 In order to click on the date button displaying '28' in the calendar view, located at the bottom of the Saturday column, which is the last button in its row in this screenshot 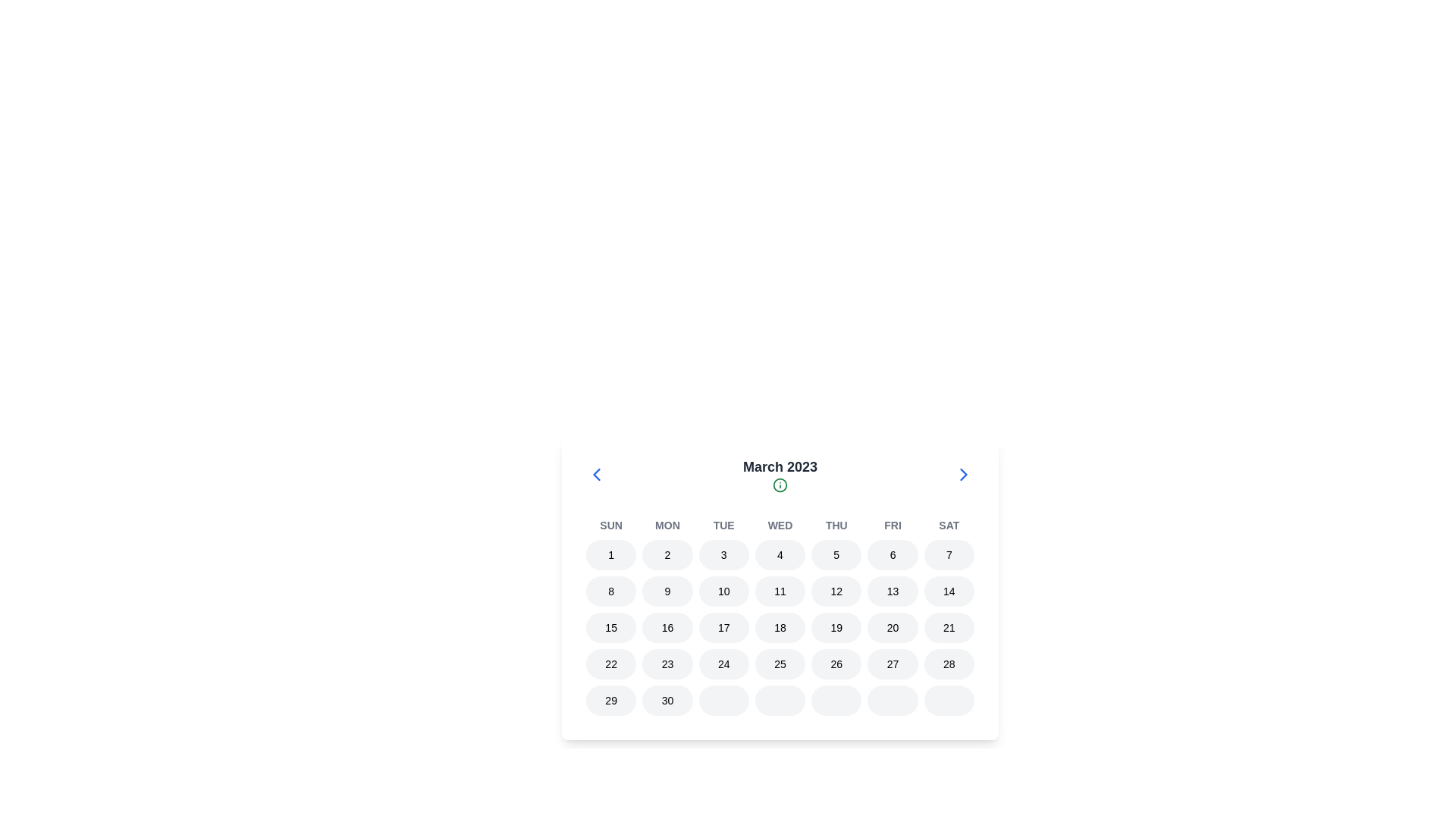, I will do `click(948, 663)`.